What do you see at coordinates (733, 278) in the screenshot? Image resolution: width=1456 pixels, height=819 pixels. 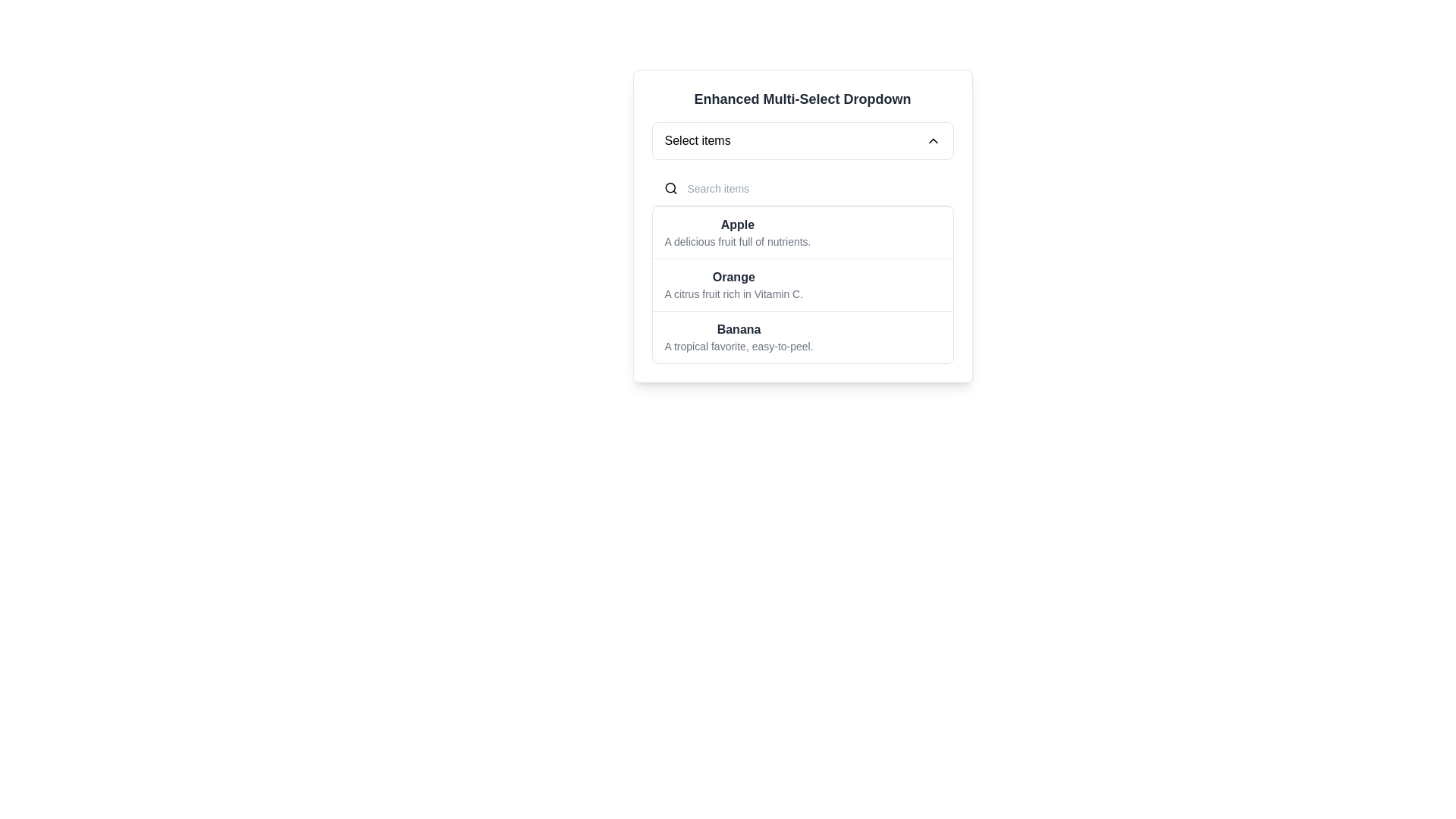 I see `the 'Orange' text label in the dropdown menu, which identifies the option between 'Apple' and 'Banana'` at bounding box center [733, 278].